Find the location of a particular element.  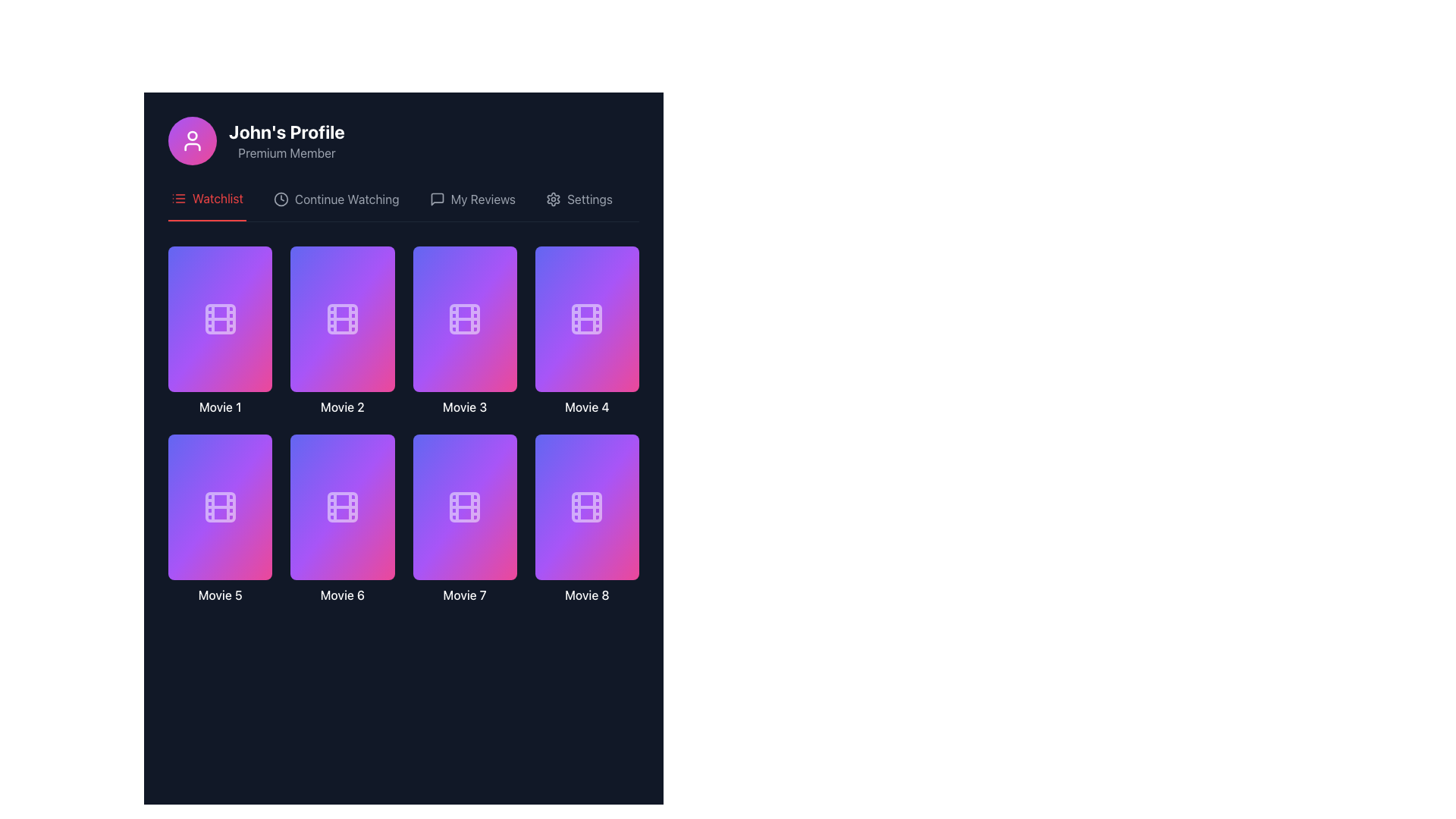

the play button icon located centrally within the 'Movie 6' card in the application interface is located at coordinates (341, 500).